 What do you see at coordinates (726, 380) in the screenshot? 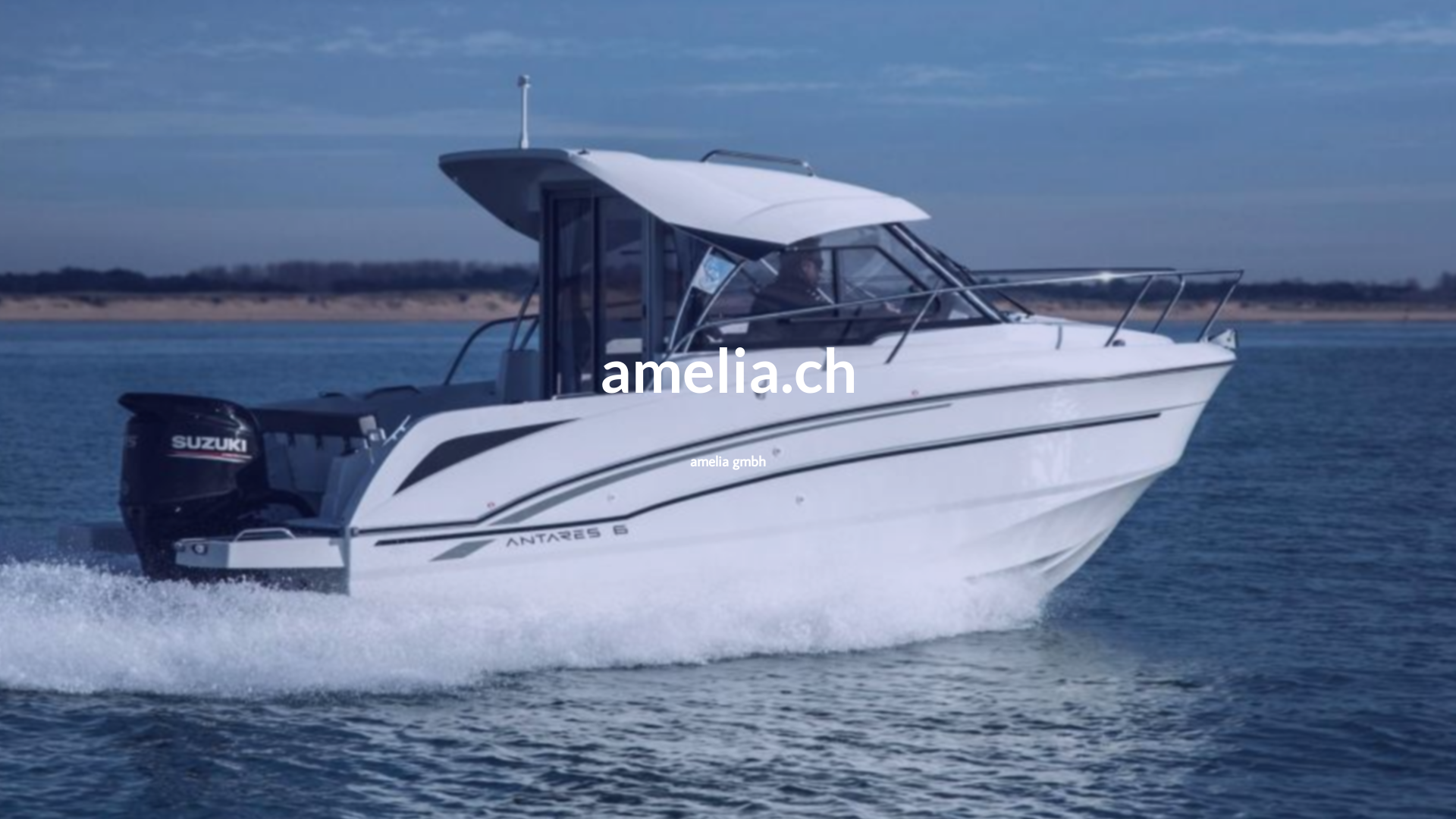
I see `'amelia.ch'` at bounding box center [726, 380].